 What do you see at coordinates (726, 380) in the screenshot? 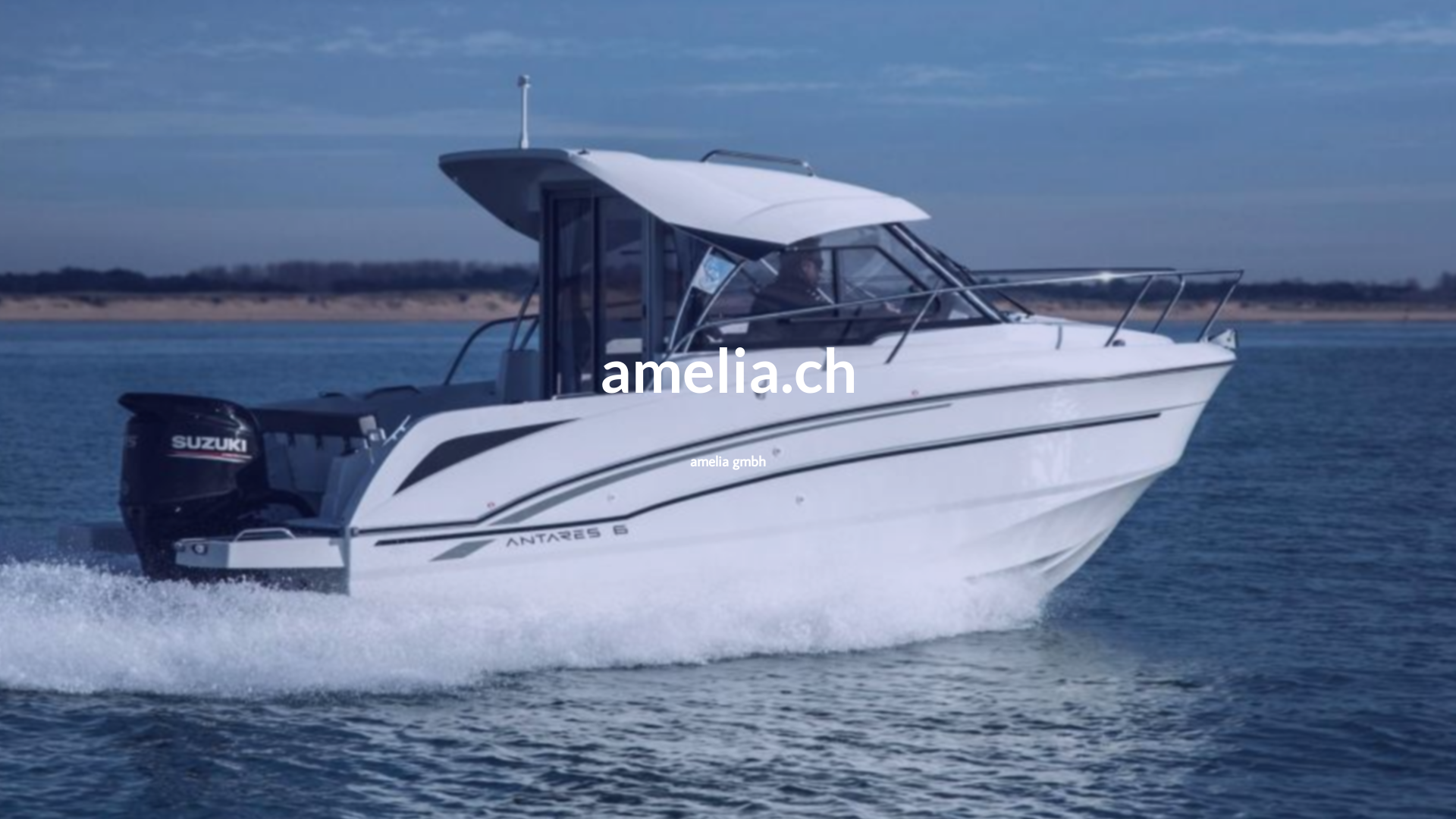
I see `'amelia.ch'` at bounding box center [726, 380].